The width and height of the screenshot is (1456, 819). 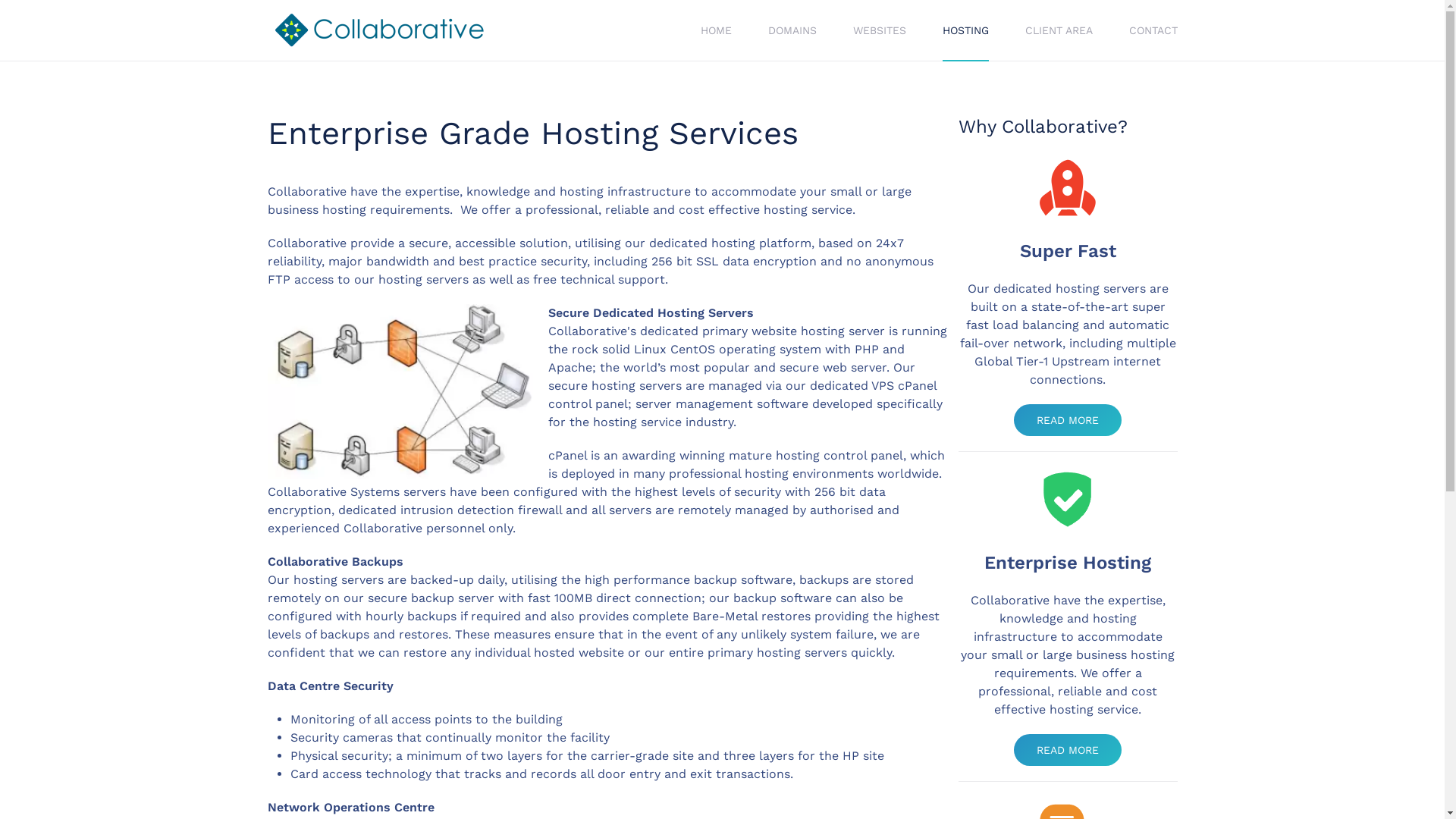 What do you see at coordinates (1153, 30) in the screenshot?
I see `'CONTACT'` at bounding box center [1153, 30].